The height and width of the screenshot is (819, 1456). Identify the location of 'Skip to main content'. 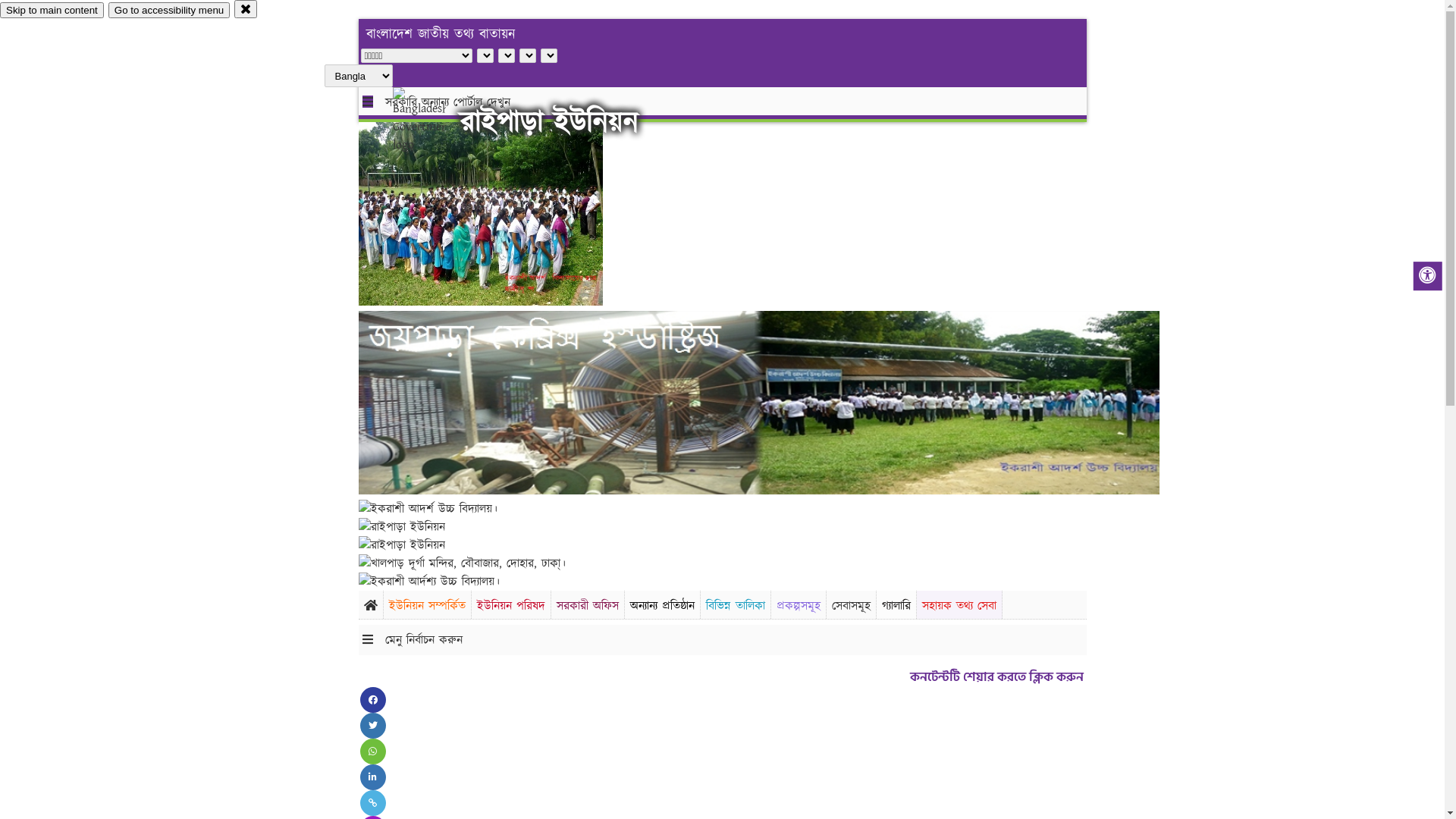
(52, 10).